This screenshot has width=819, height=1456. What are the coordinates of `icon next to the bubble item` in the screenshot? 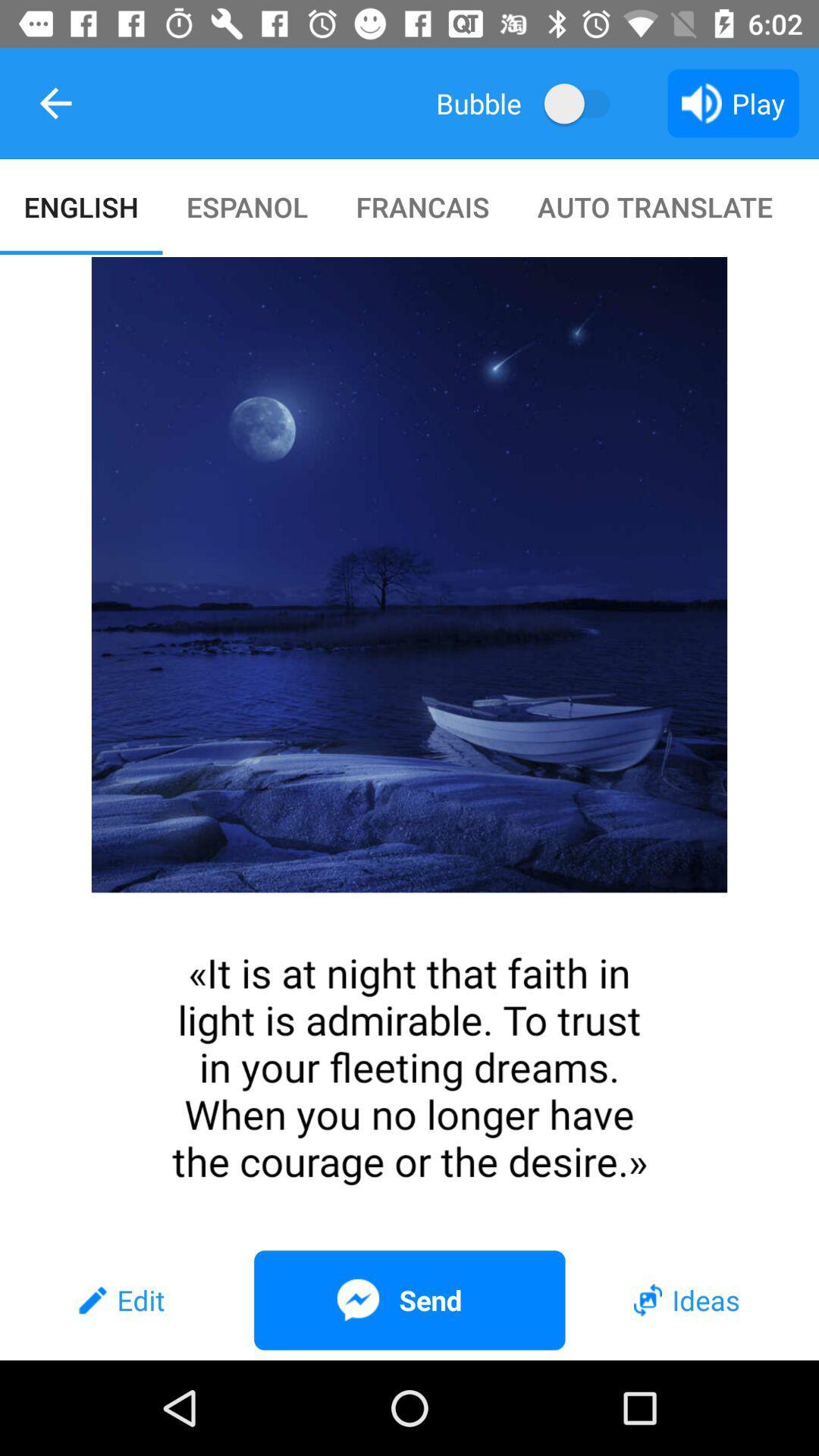 It's located at (584, 102).